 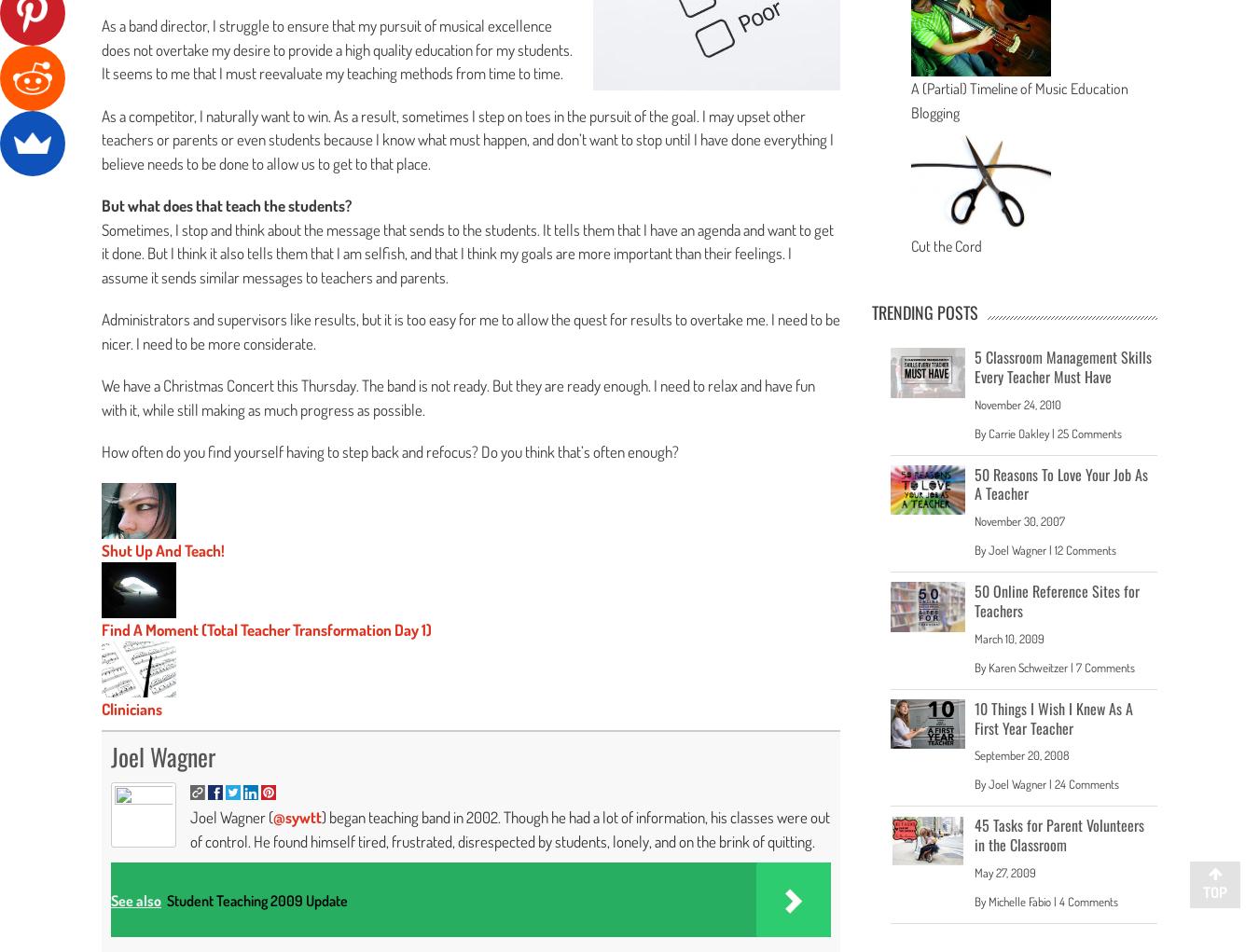 What do you see at coordinates (162, 548) in the screenshot?
I see `'Shut Up And Teach!'` at bounding box center [162, 548].